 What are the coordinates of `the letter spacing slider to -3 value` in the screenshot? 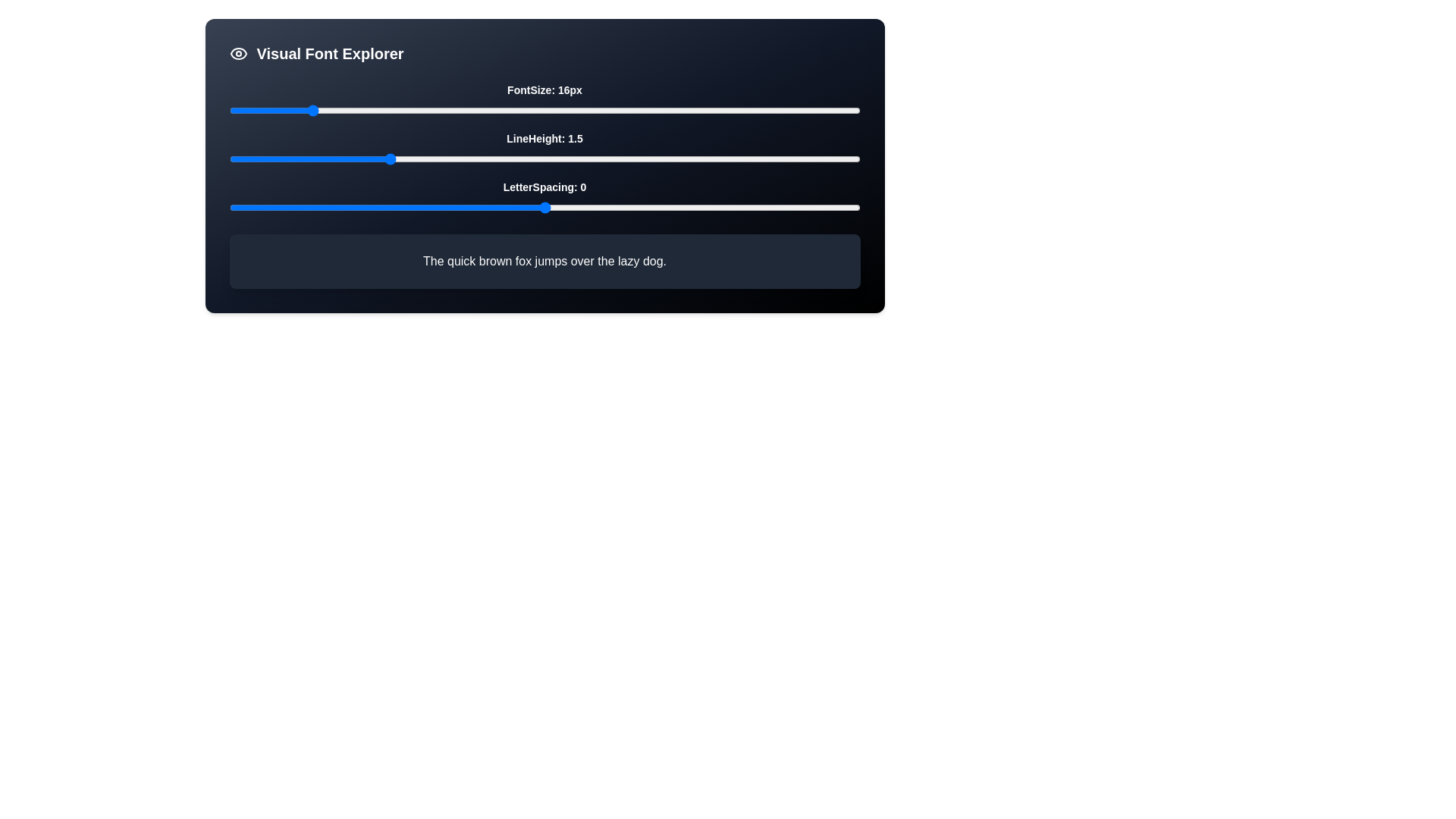 It's located at (354, 207).